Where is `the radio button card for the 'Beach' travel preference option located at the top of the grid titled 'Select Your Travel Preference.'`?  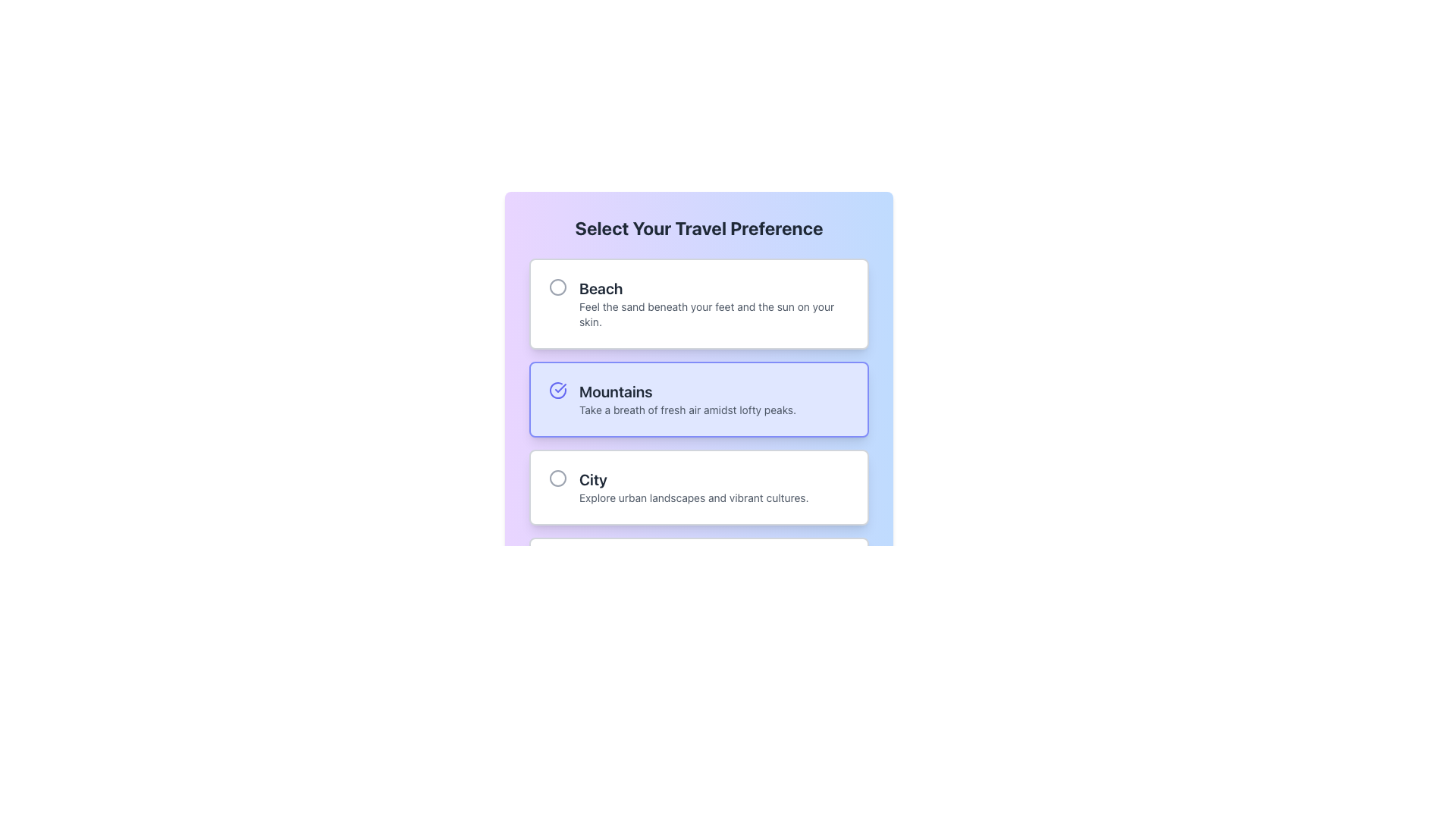 the radio button card for the 'Beach' travel preference option located at the top of the grid titled 'Select Your Travel Preference.' is located at coordinates (698, 304).